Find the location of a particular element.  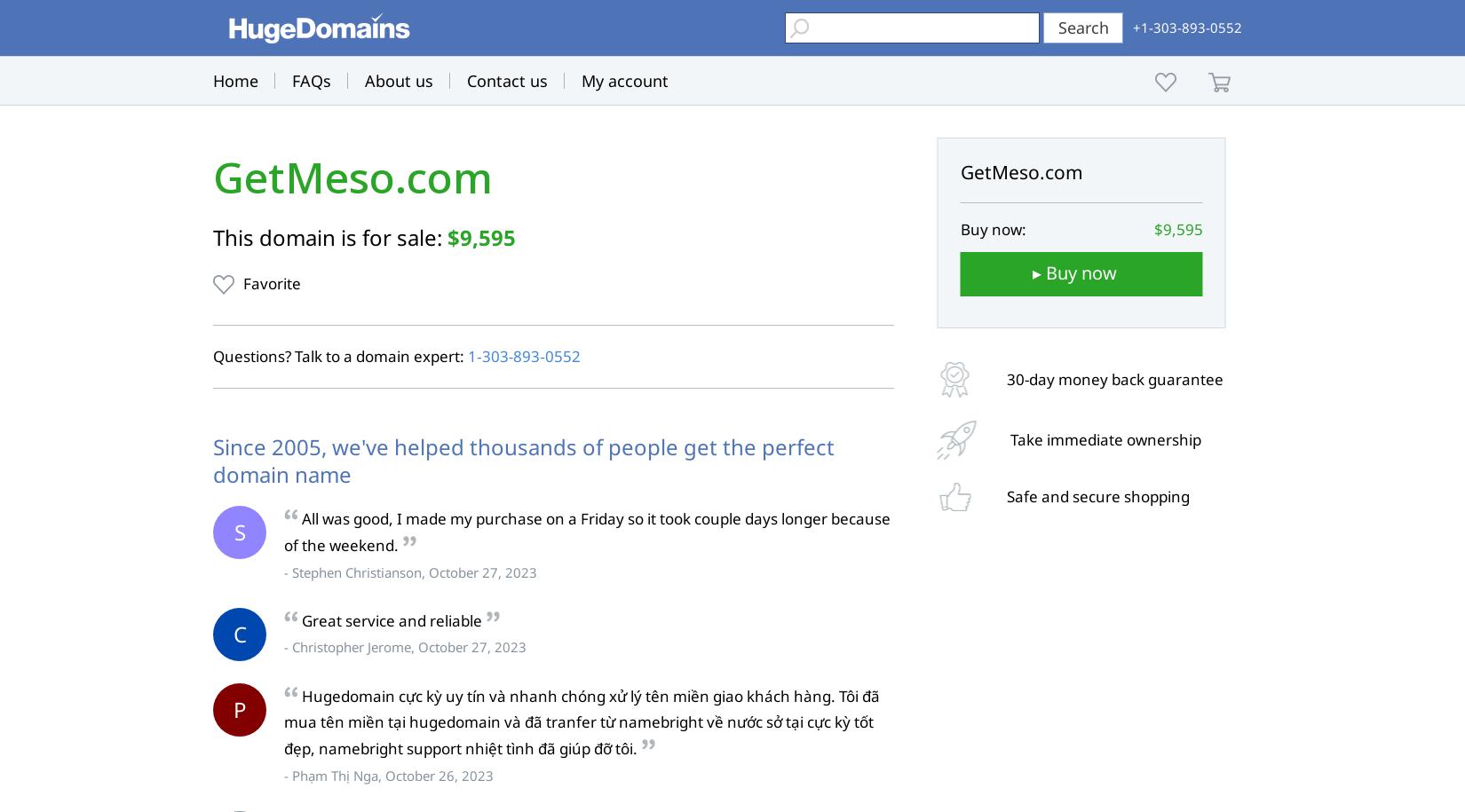

'1‑303‑893‑0552' is located at coordinates (467, 355).